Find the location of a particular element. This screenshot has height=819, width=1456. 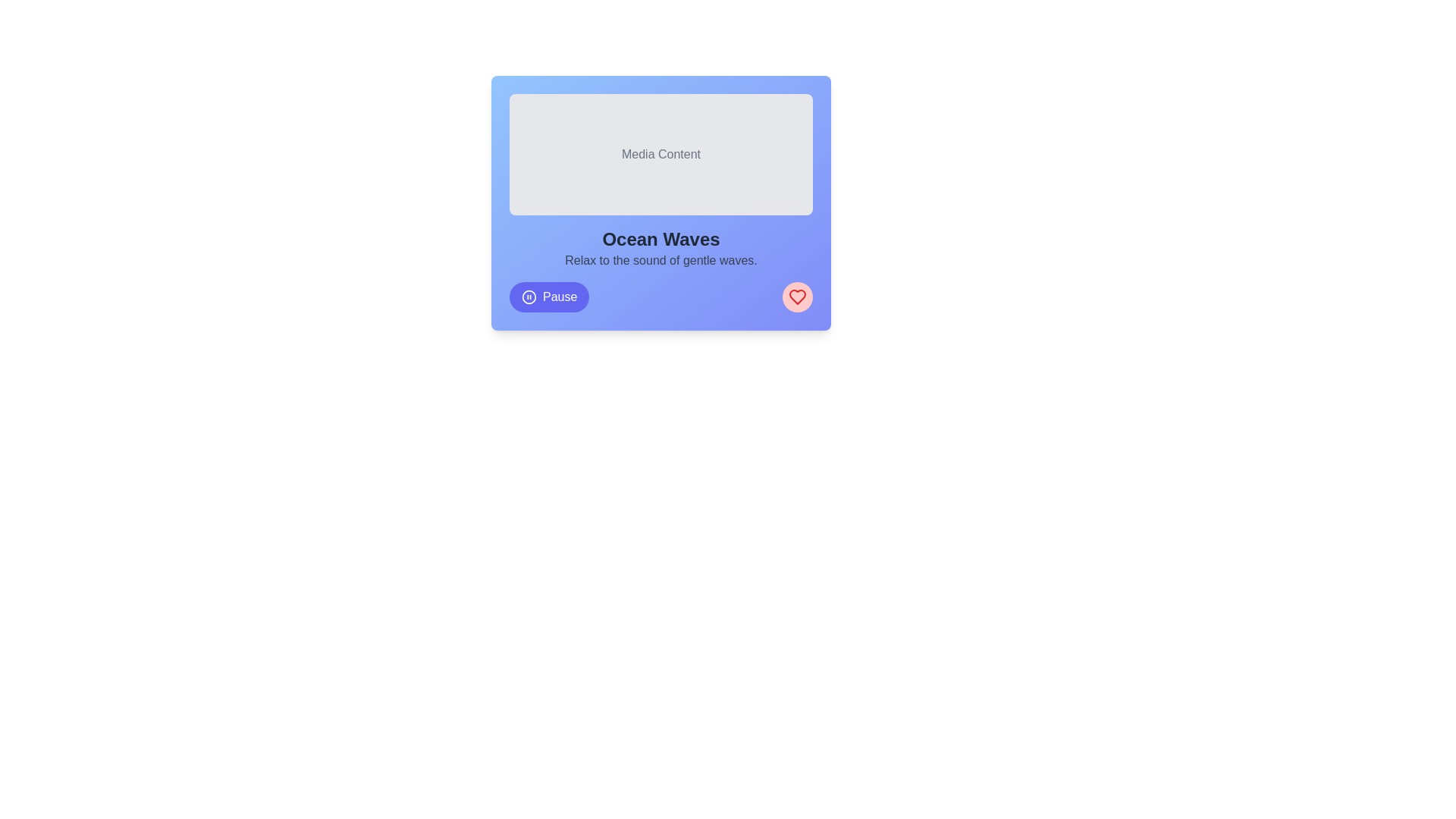

the heart-shaped icon located at the bottom-right area of the card interface is located at coordinates (796, 297).